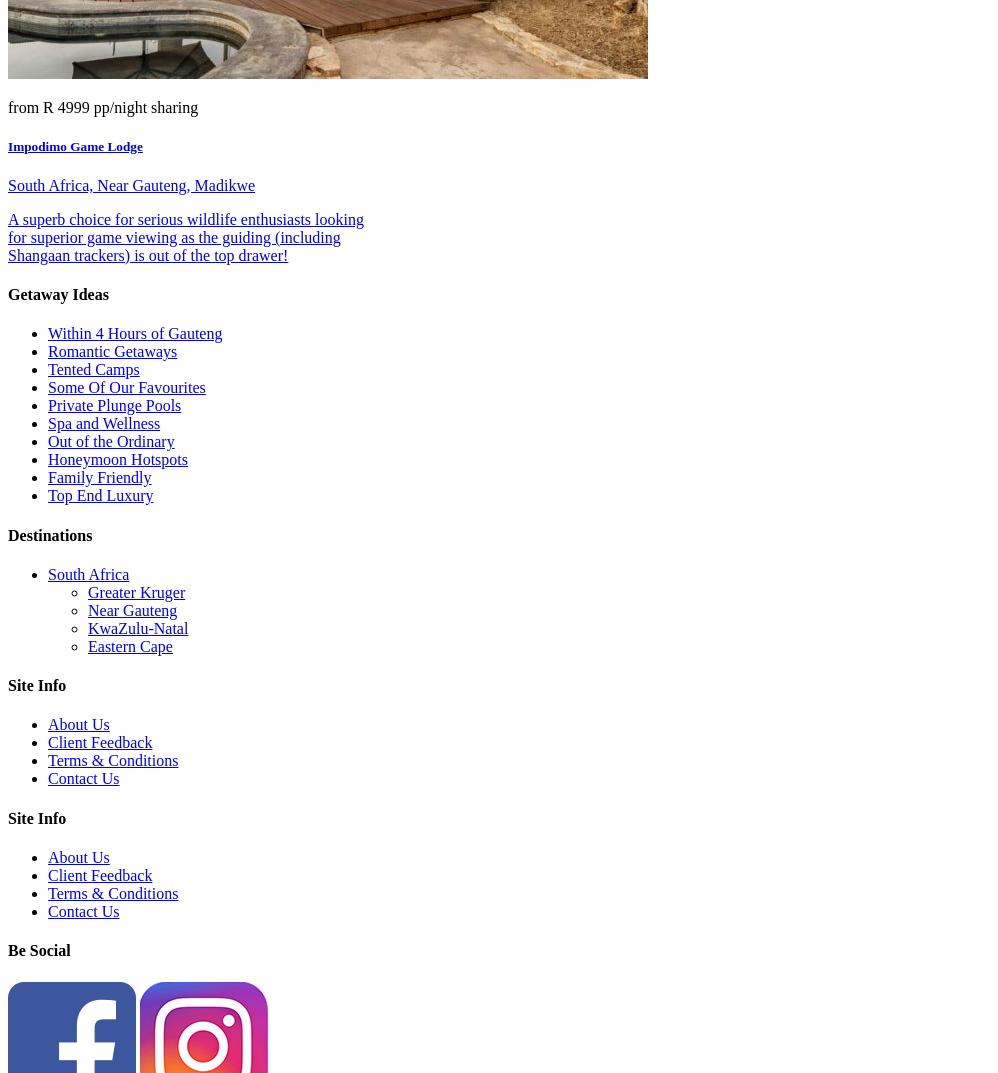  I want to click on 'Family Friendly', so click(98, 476).